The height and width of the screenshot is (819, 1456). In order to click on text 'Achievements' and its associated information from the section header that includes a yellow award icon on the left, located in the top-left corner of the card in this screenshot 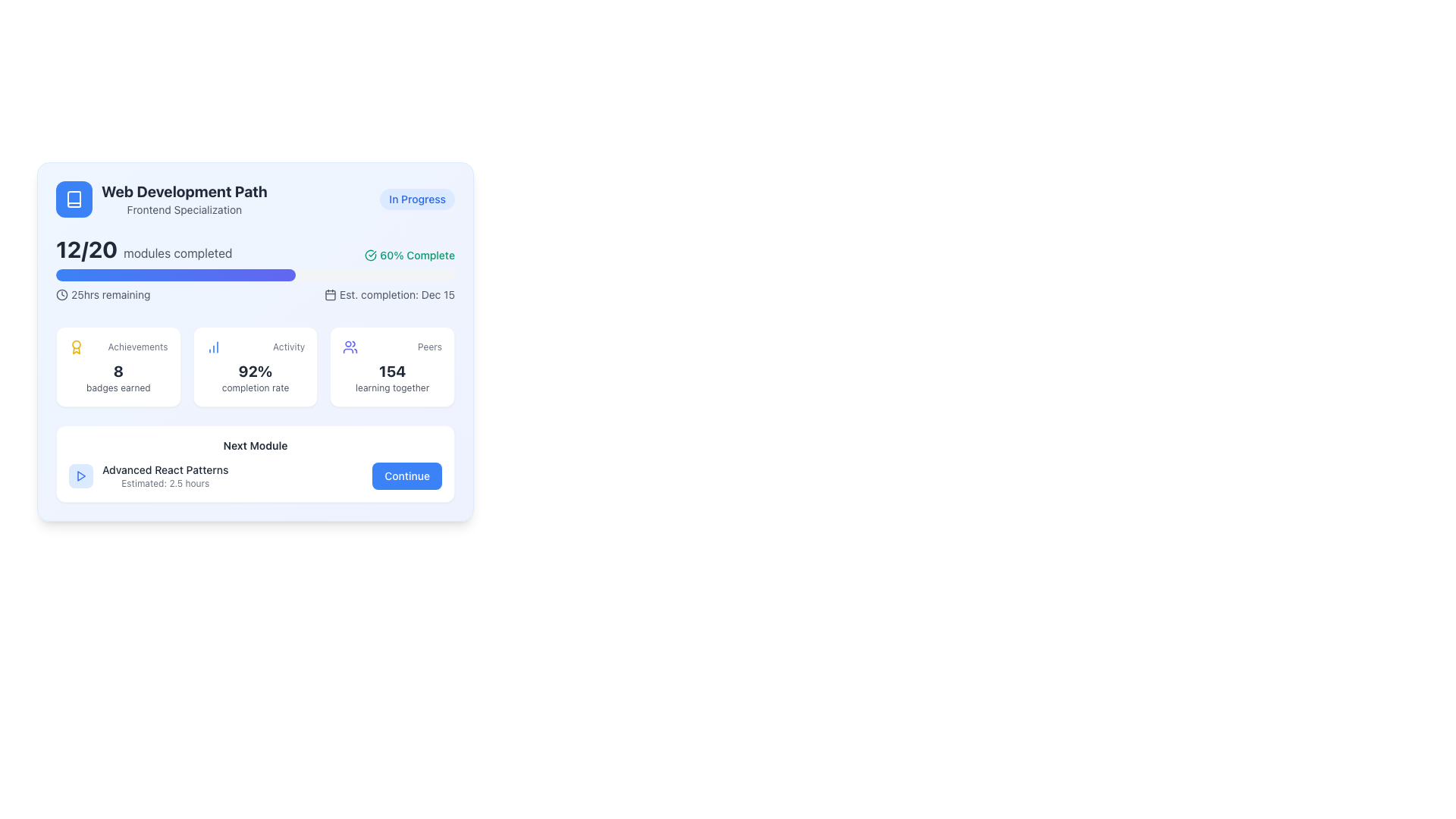, I will do `click(118, 347)`.